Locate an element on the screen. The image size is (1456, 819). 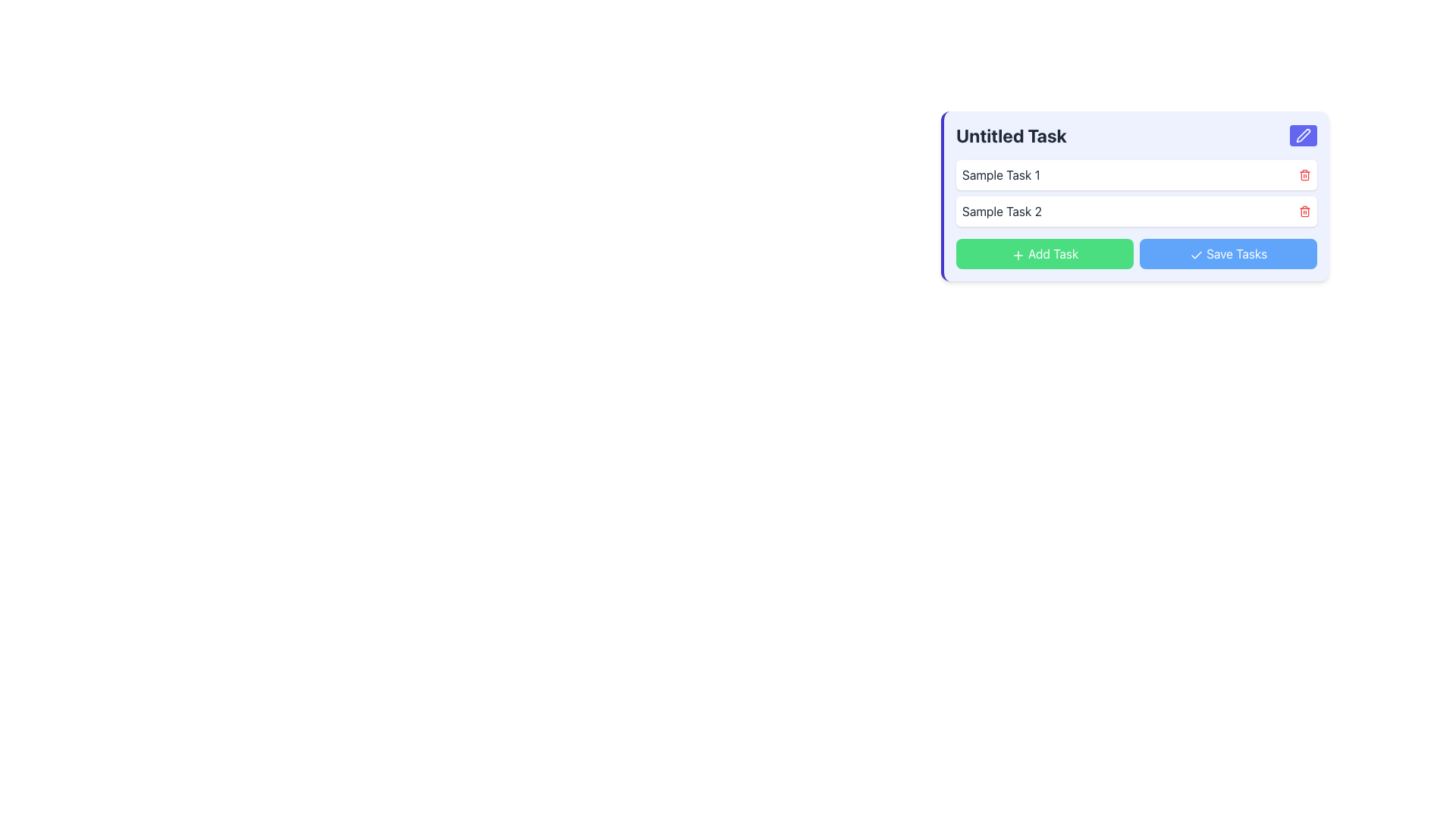
the green button labeled '+ Add Task' is located at coordinates (1043, 253).